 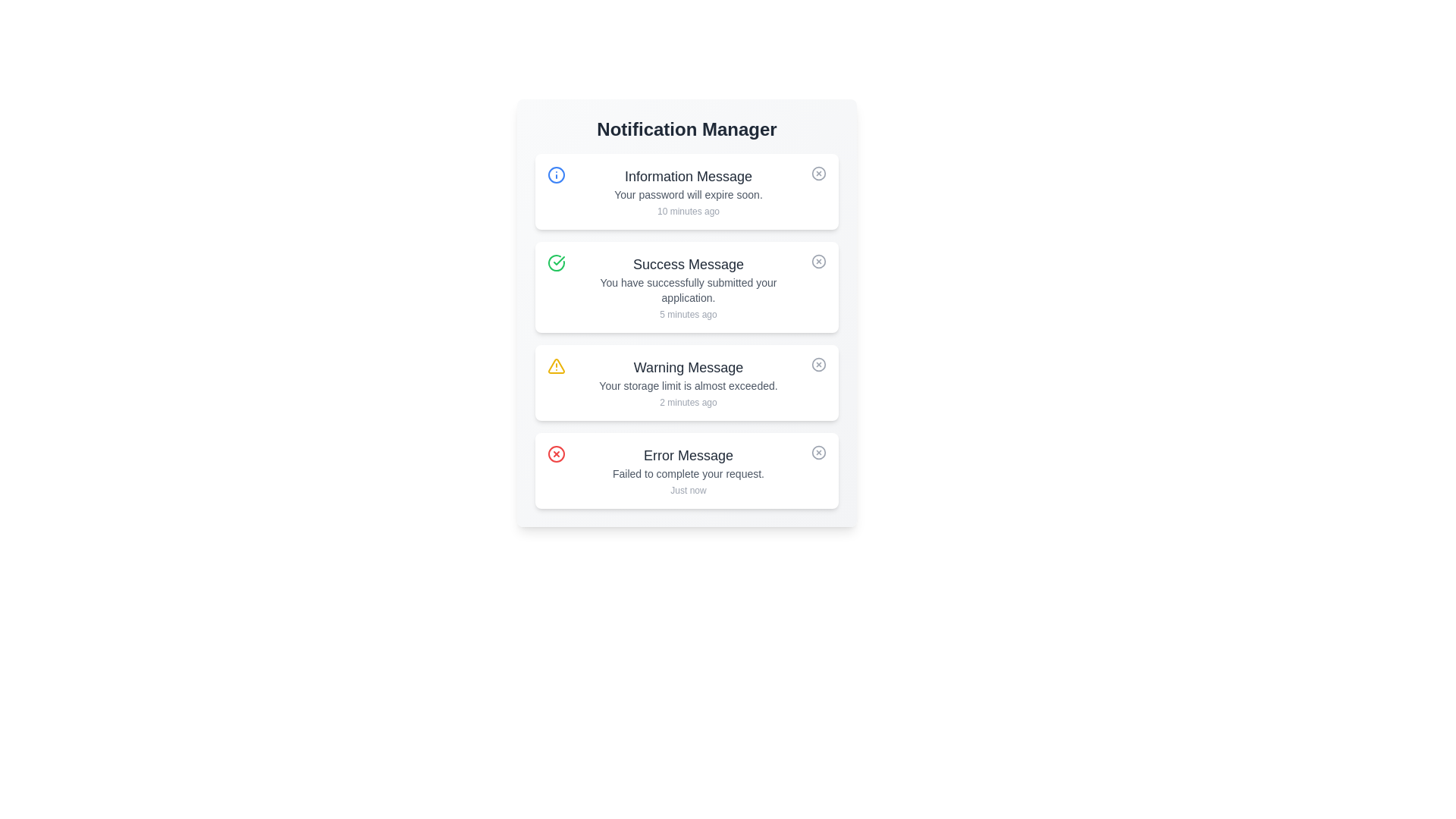 I want to click on the Close Button/Icon located at the top-right corner of the 'Success Message' notification to change its color, so click(x=818, y=260).